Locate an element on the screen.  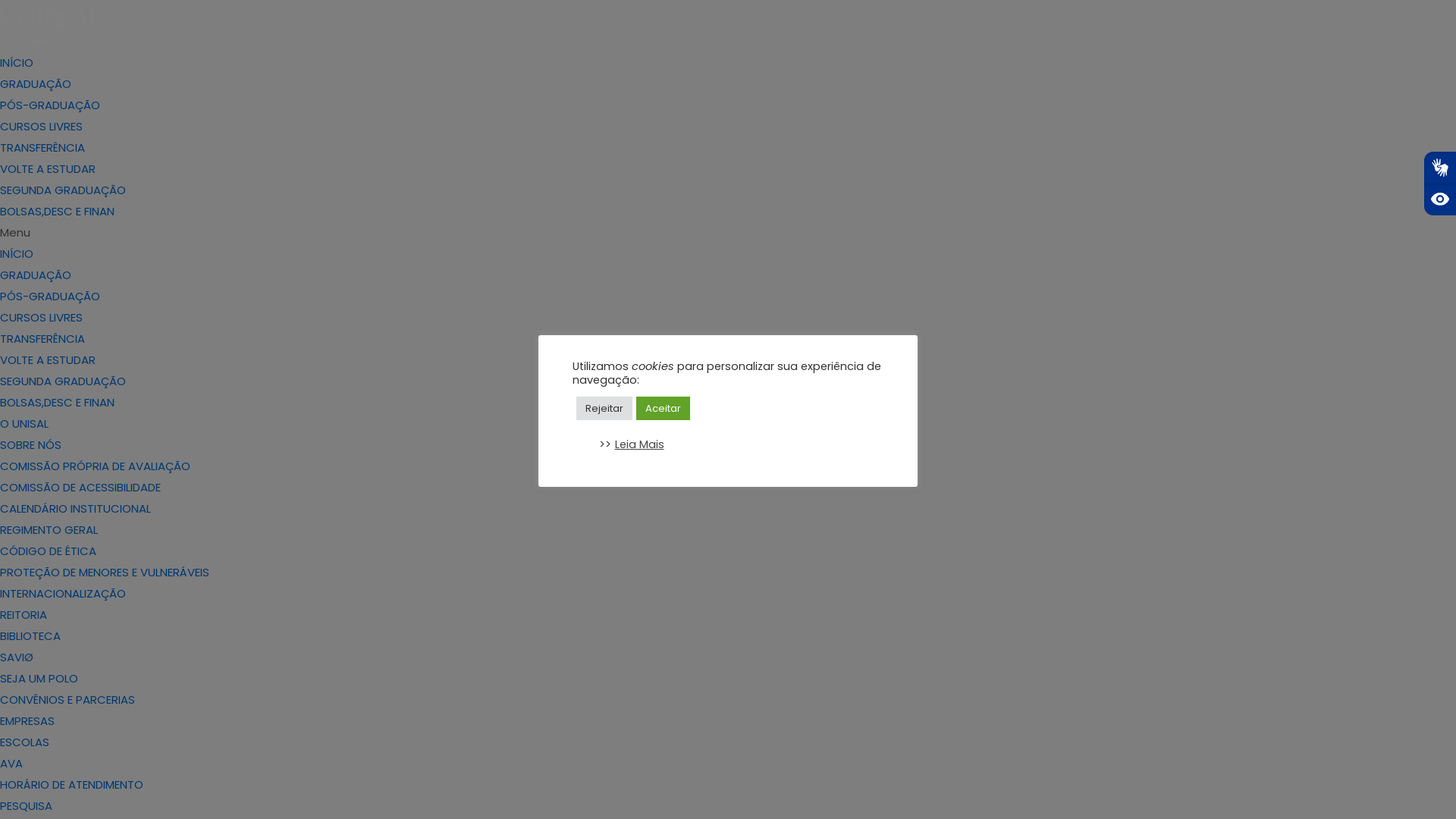
'ESCOLAS' is located at coordinates (24, 741).